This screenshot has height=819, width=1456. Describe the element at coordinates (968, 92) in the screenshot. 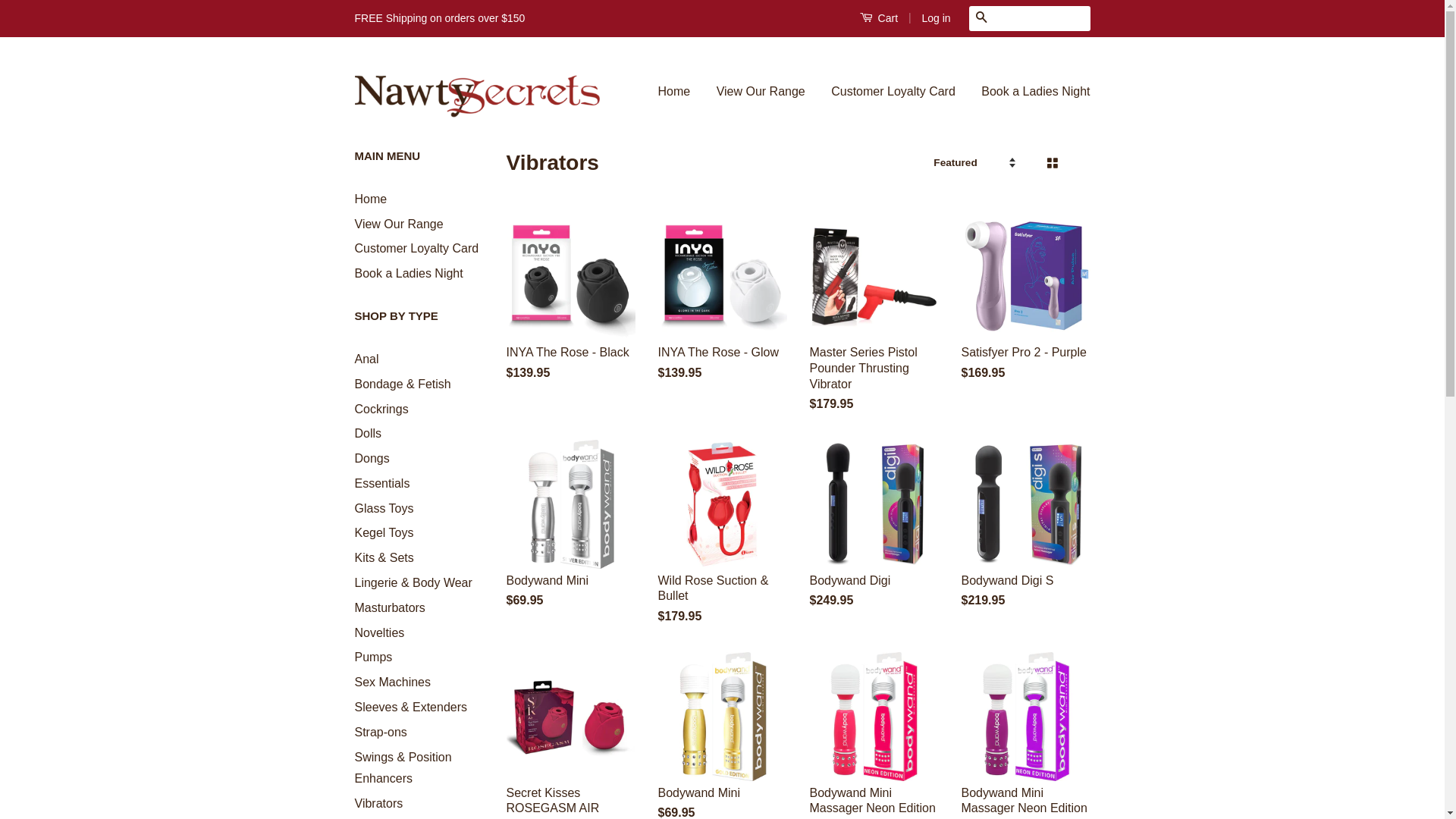

I see `'Book a Ladies Night'` at that location.